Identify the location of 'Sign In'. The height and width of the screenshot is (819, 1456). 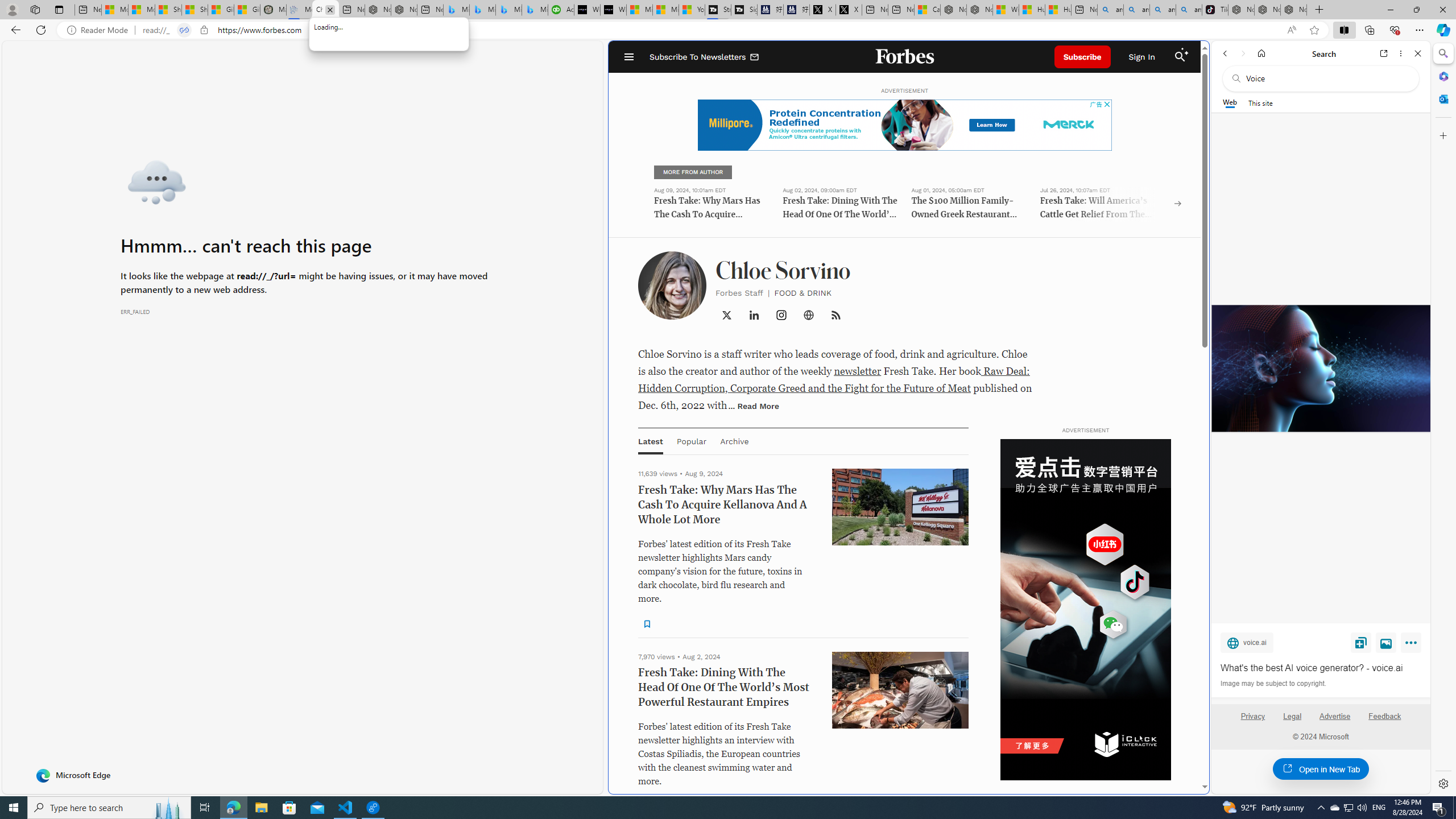
(1141, 56).